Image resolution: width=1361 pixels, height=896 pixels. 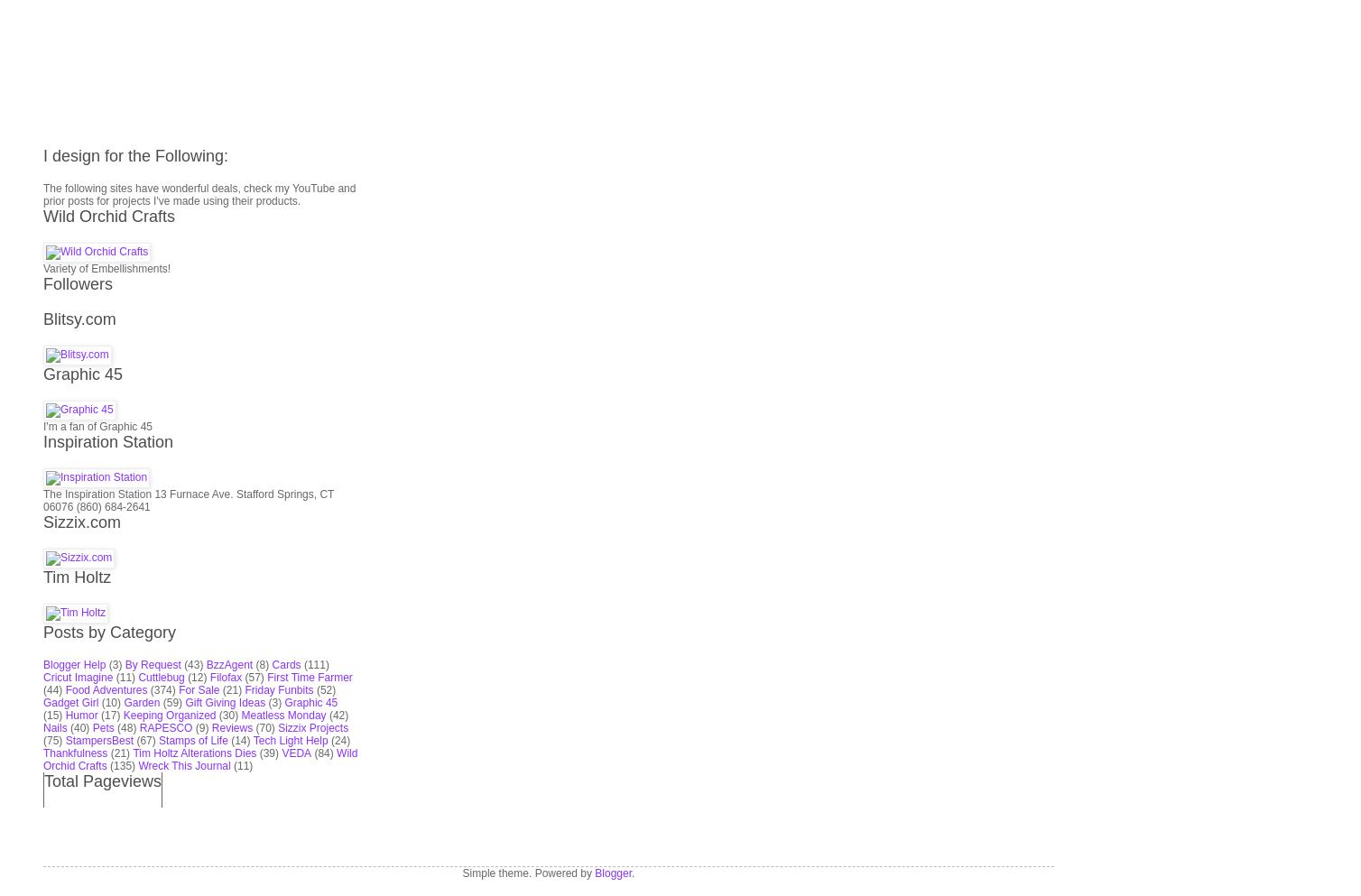 I want to click on '(135)', so click(x=123, y=550).